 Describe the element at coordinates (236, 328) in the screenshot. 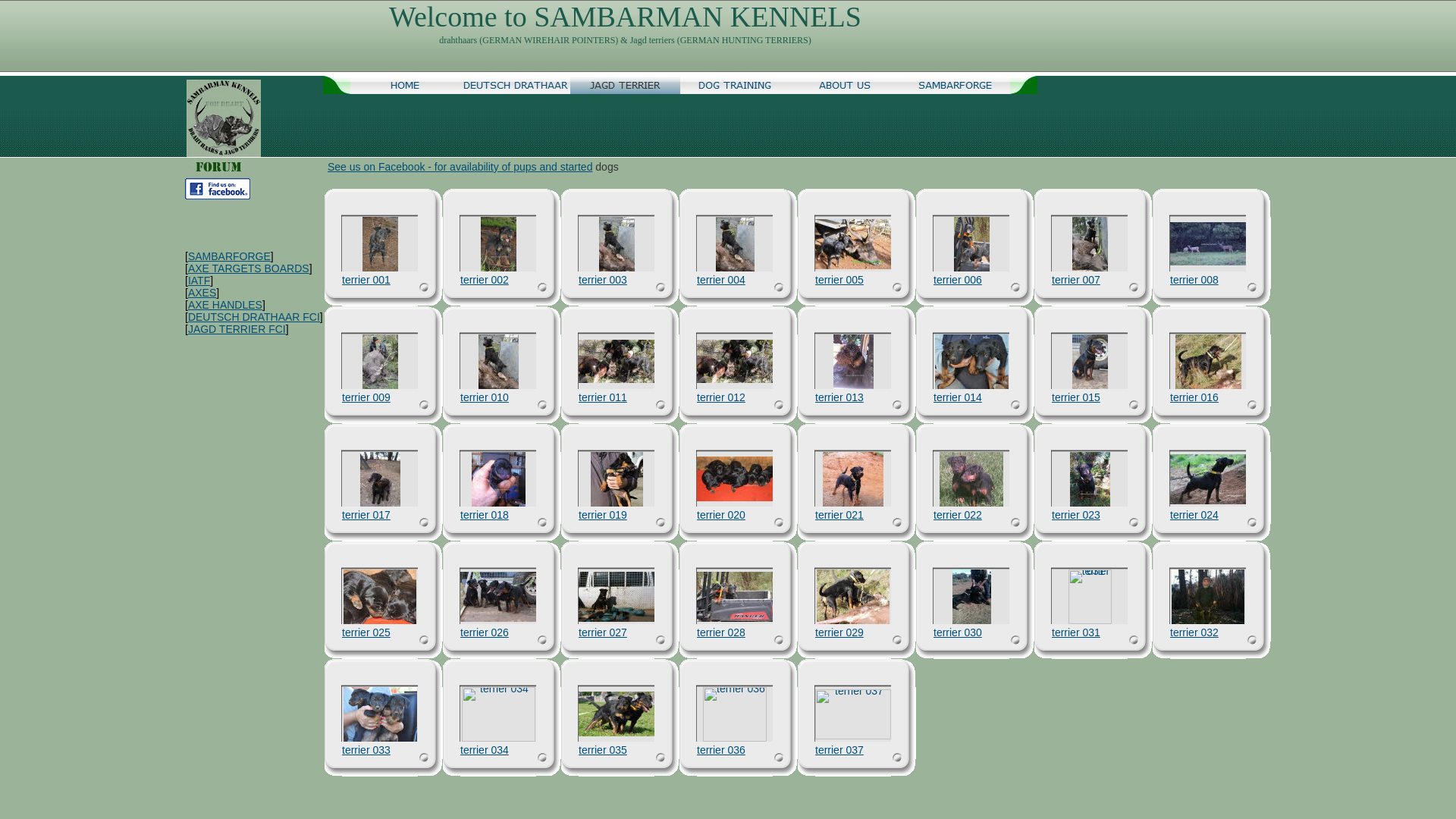

I see `'JAGD TERRIER FCI'` at that location.